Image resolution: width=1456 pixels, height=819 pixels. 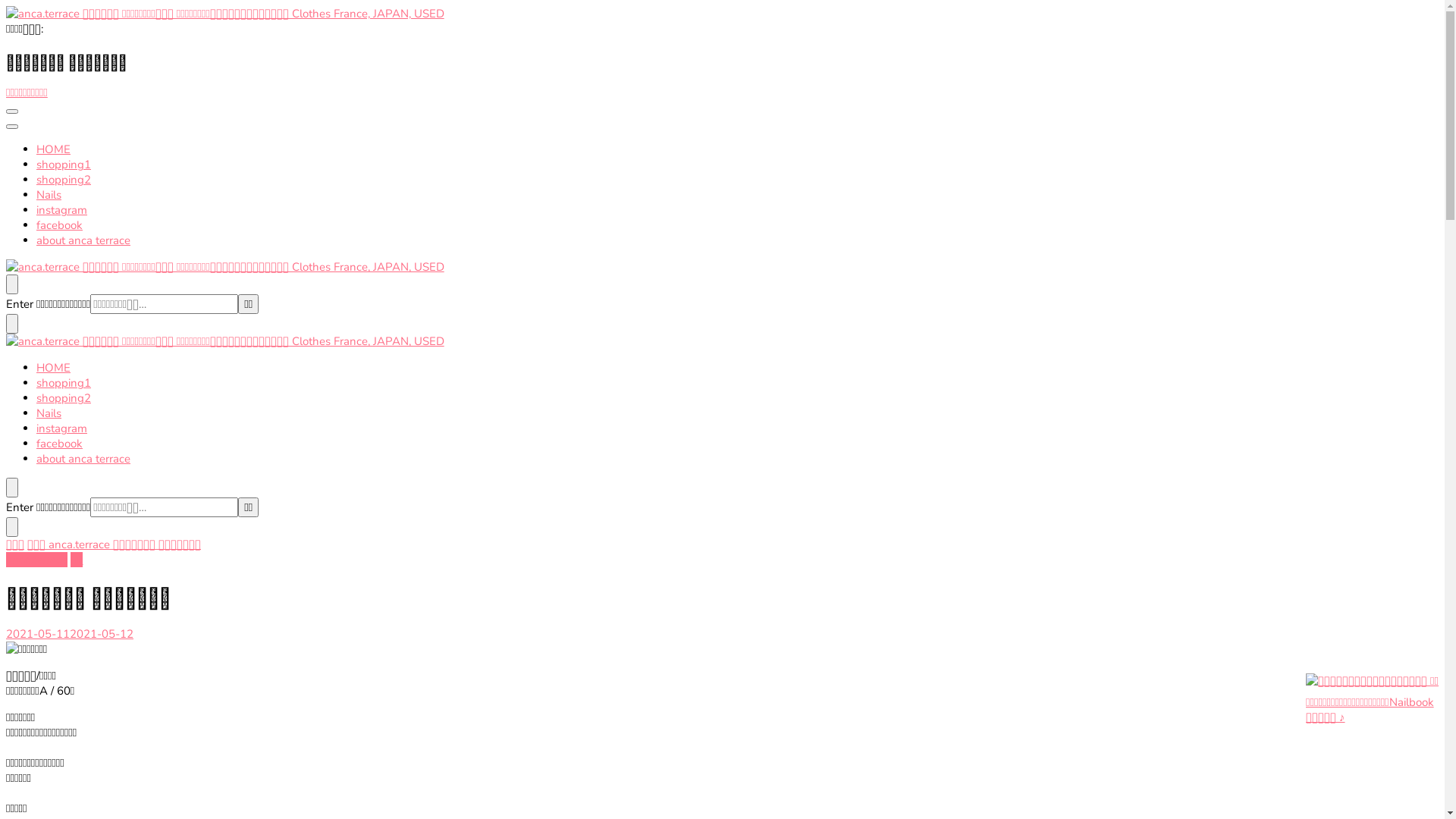 What do you see at coordinates (59, 444) in the screenshot?
I see `'facebook'` at bounding box center [59, 444].